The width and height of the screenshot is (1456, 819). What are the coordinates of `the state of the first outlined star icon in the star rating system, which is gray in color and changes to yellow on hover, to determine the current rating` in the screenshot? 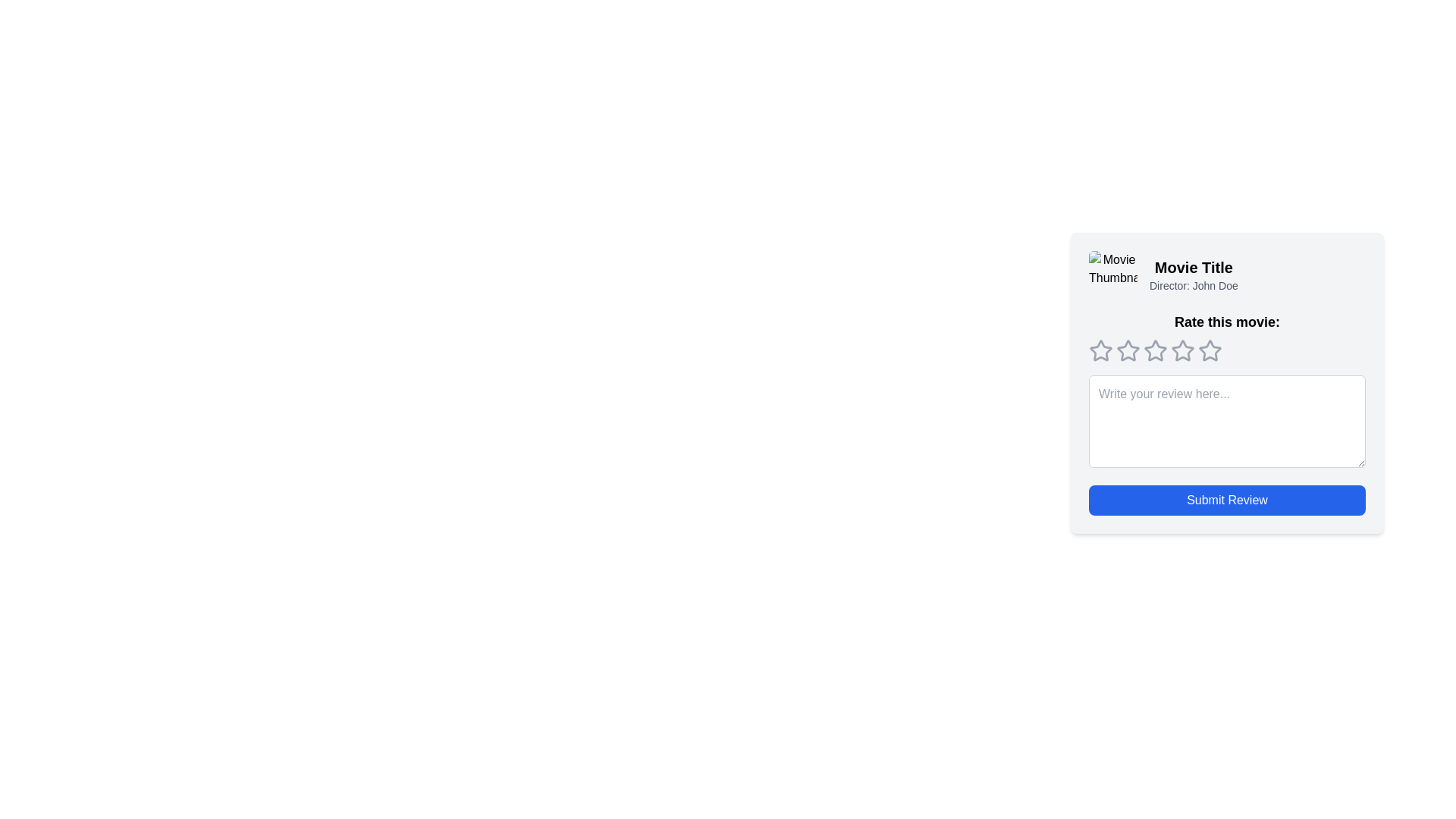 It's located at (1100, 350).